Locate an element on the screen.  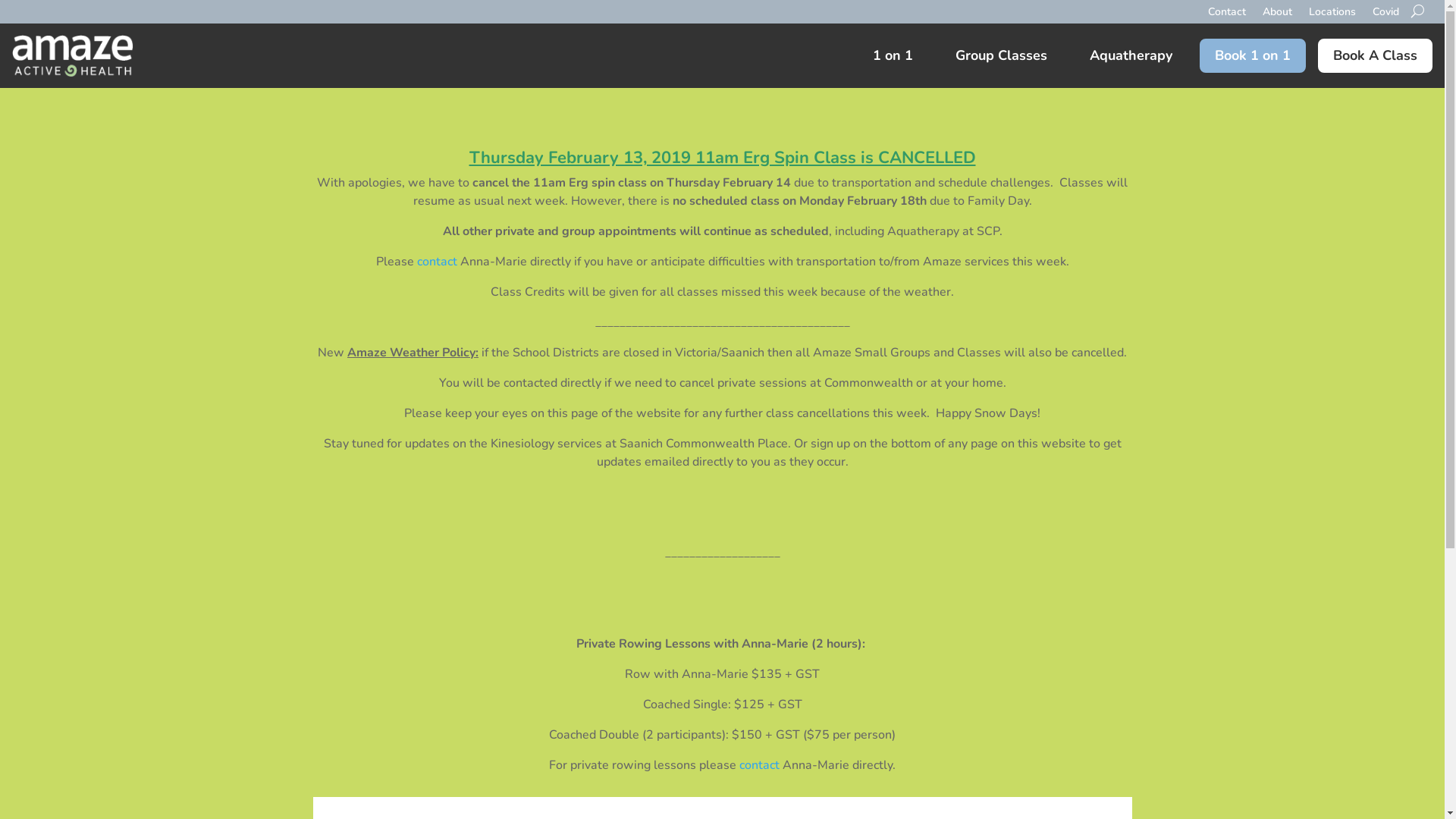
'Aquatherapy' is located at coordinates (1131, 55).